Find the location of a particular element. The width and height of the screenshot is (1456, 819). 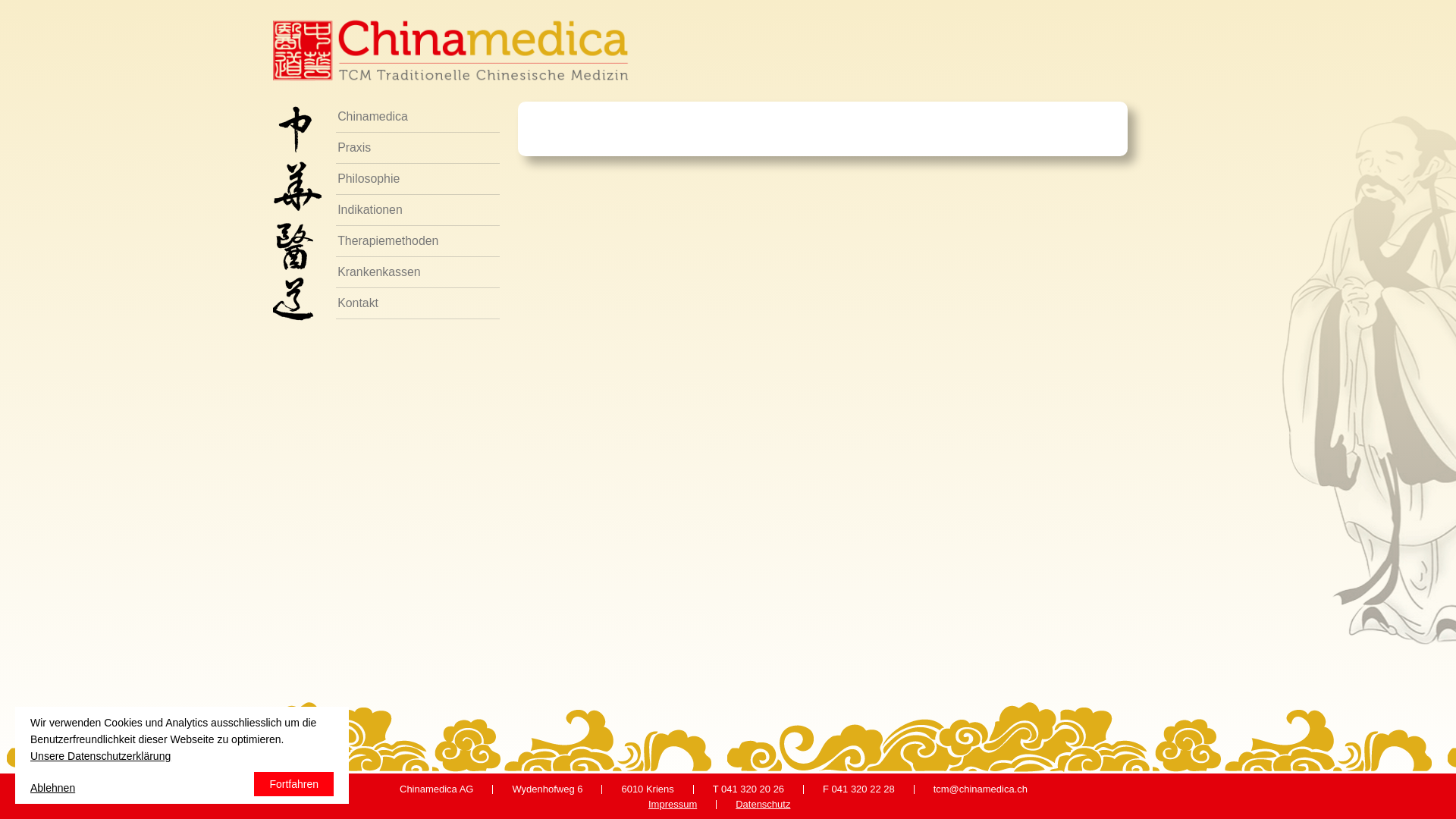

'Praxis' is located at coordinates (418, 148).